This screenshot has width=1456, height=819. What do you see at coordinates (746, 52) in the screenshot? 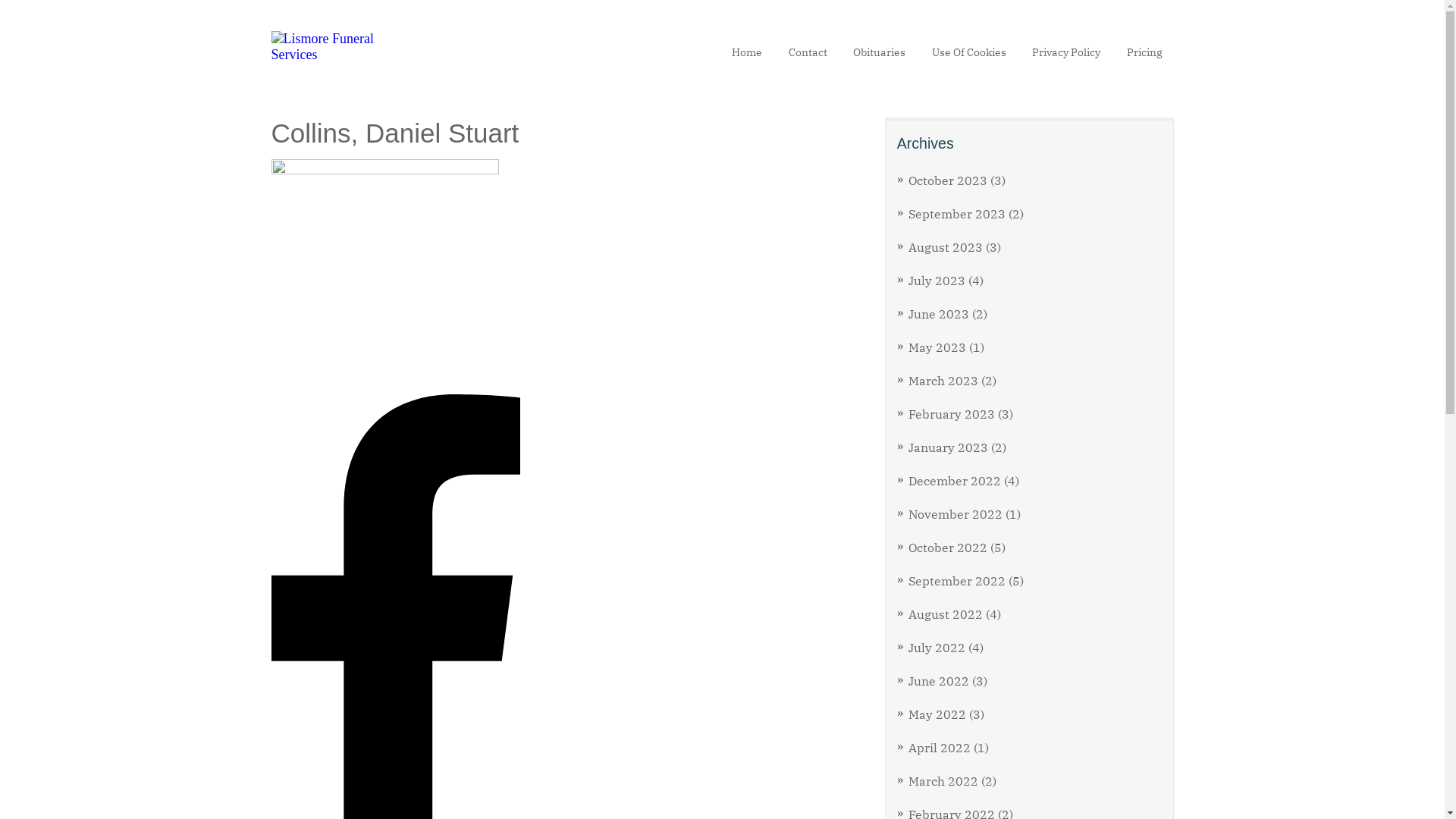
I see `'Home'` at bounding box center [746, 52].